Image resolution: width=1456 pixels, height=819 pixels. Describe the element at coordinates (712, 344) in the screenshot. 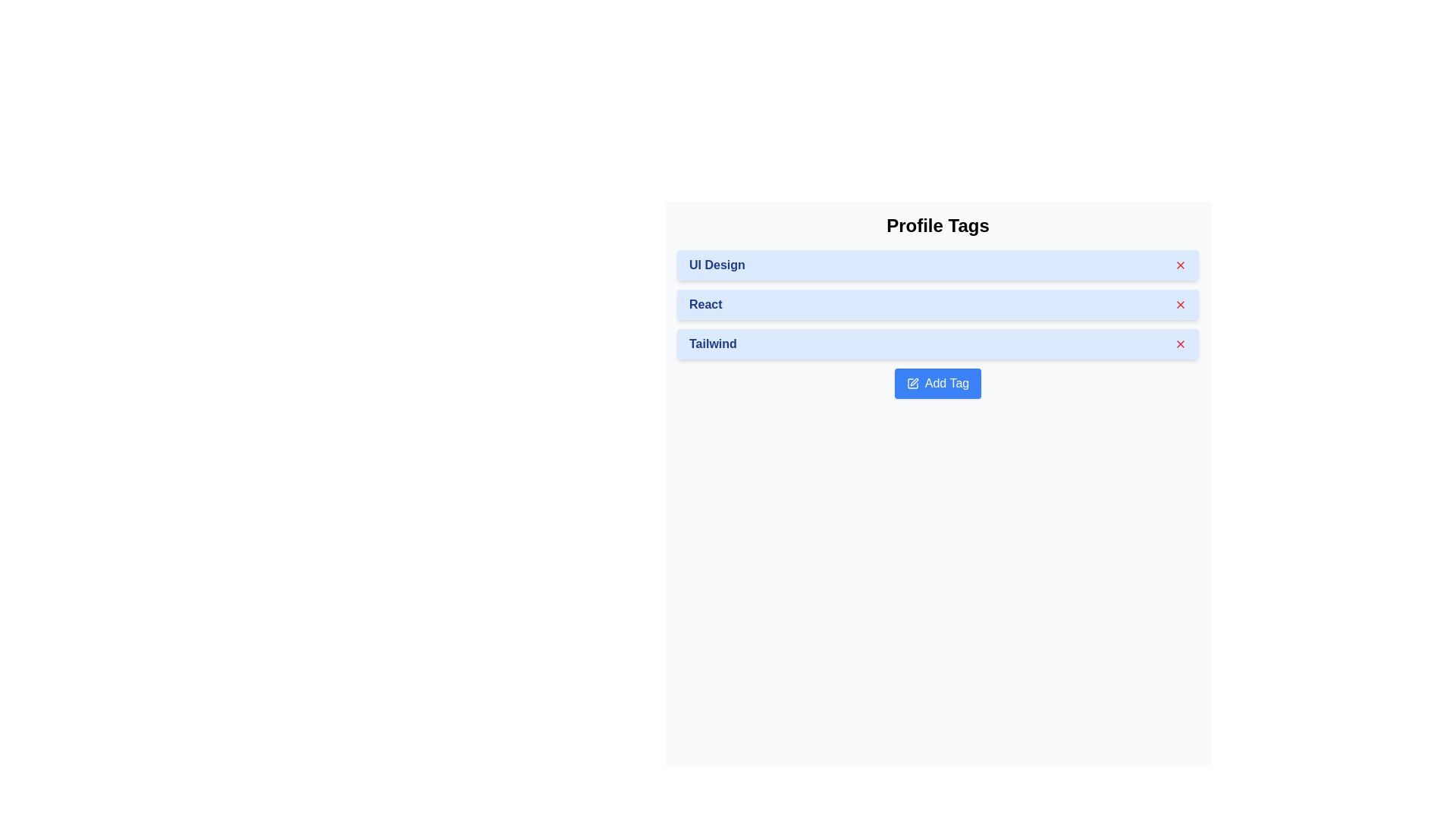

I see `the Text Label indicating a tag or selected item in the list, located inside a light blue rectangular box to the left of the 'close' icon button` at that location.